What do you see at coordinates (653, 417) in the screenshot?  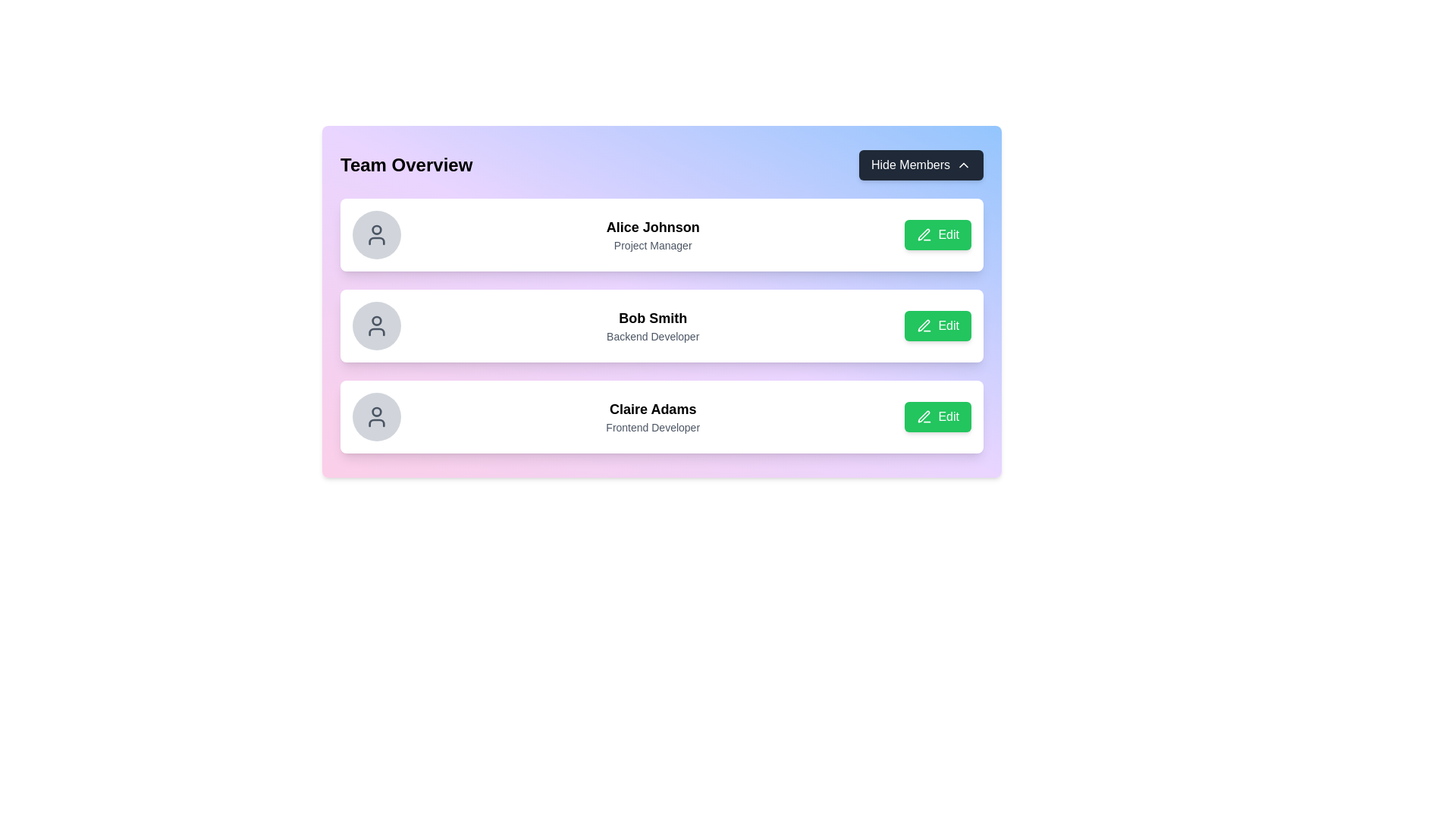 I see `text content that presents the name and role of a team member in the central area of the third card in the team overview interface` at bounding box center [653, 417].